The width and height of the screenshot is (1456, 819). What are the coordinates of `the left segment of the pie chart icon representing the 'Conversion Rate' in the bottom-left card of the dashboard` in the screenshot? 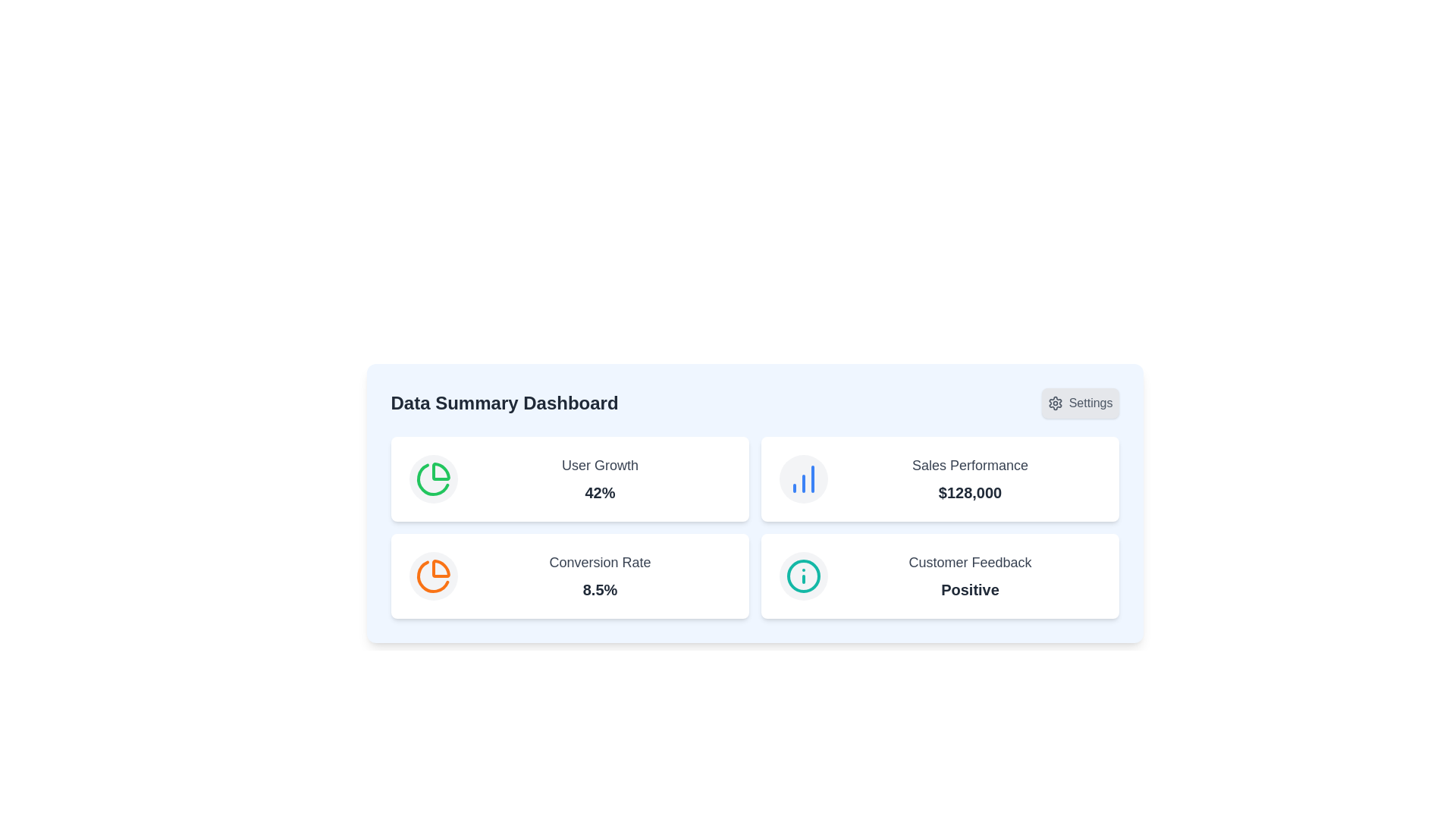 It's located at (440, 569).